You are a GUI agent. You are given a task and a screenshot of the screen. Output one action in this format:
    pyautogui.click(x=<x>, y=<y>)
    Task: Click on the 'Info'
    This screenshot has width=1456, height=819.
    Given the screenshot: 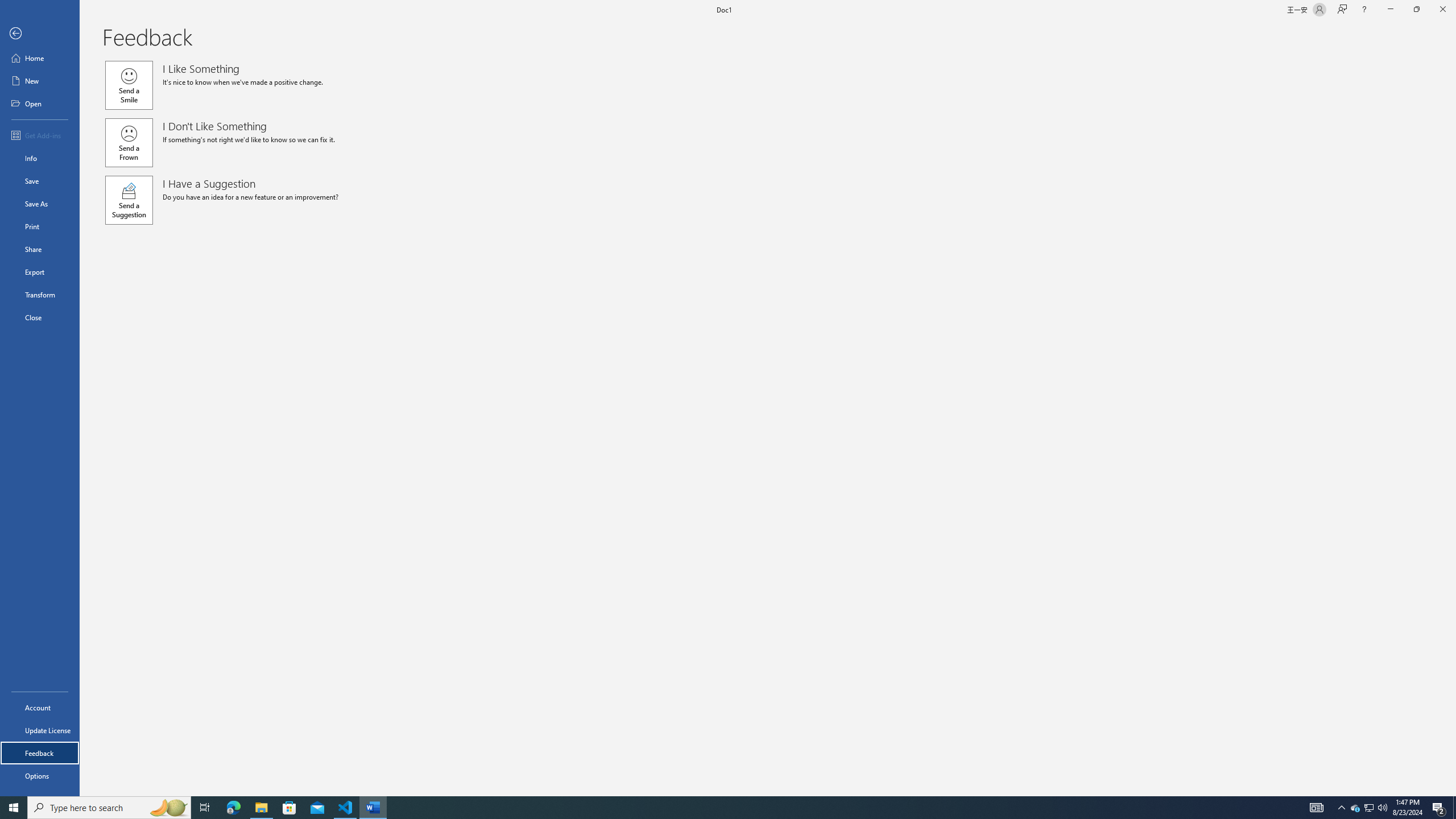 What is the action you would take?
    pyautogui.click(x=39, y=157)
    